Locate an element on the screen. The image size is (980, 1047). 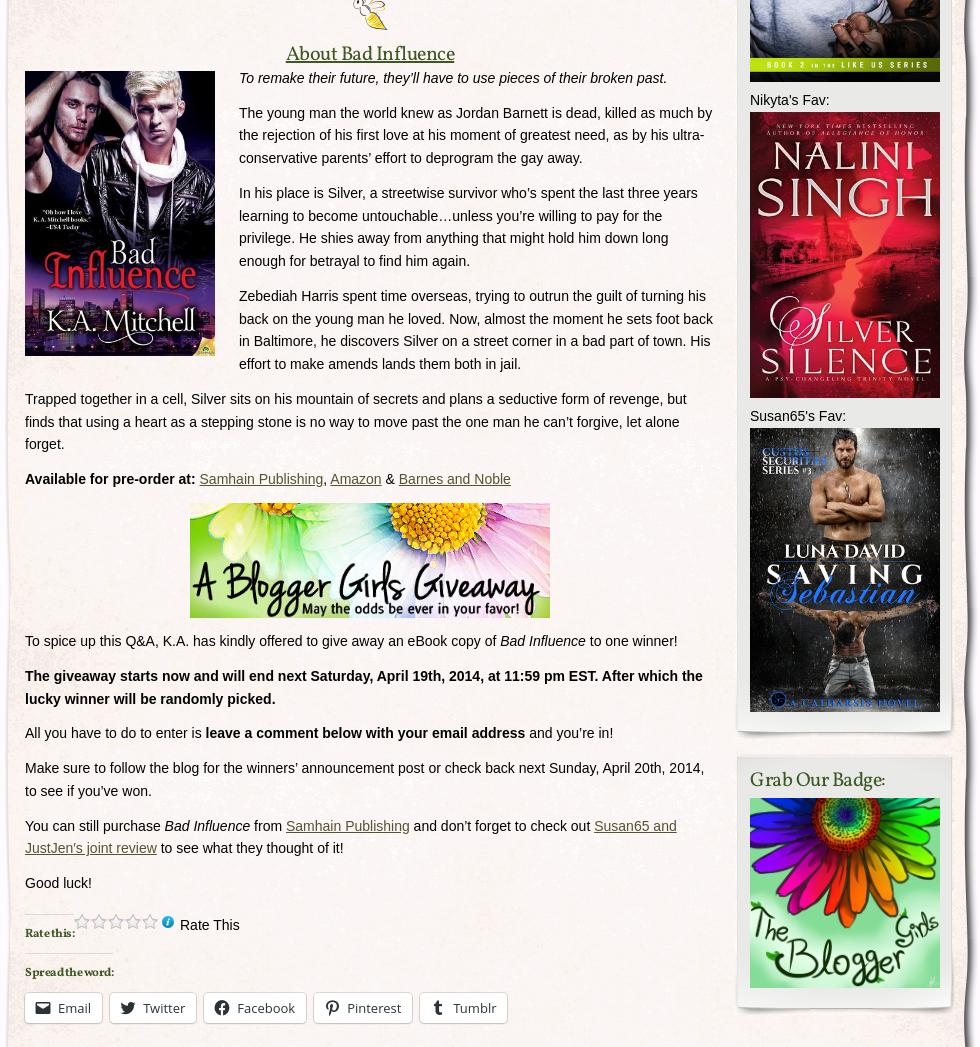
'Tumblr' is located at coordinates (474, 1007).